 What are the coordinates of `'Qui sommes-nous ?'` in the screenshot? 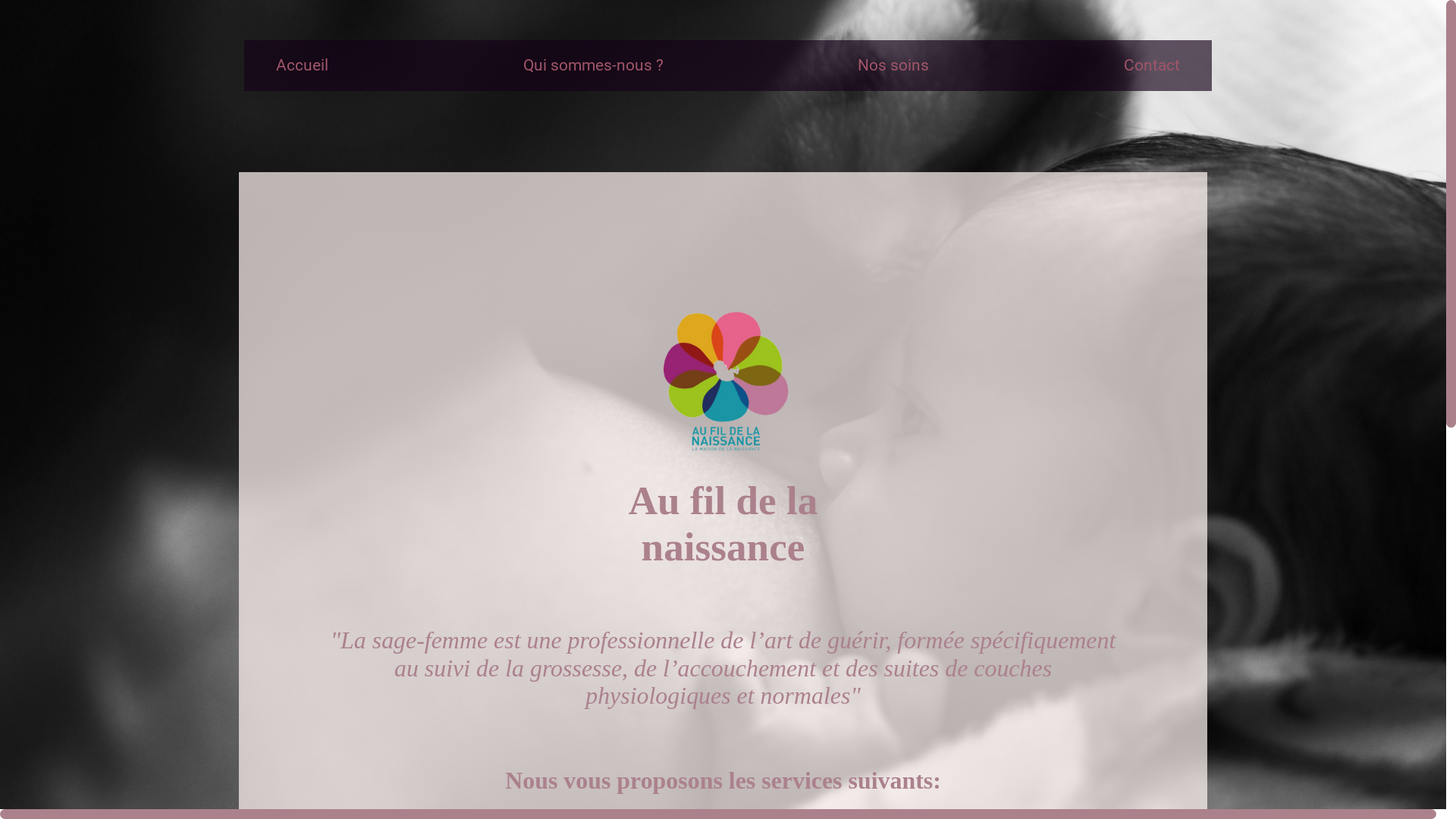 It's located at (592, 64).